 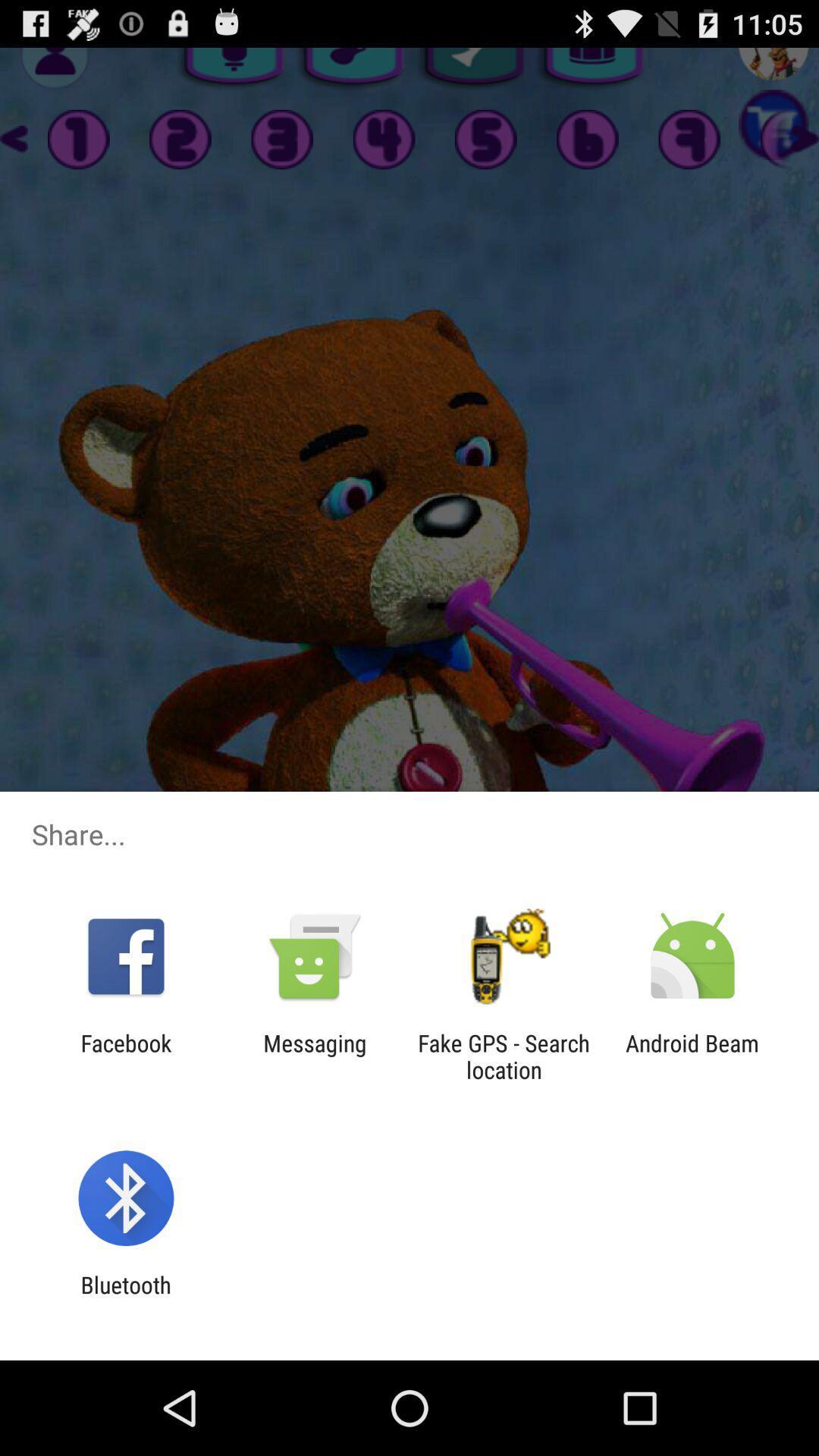 I want to click on messaging app, so click(x=314, y=1056).